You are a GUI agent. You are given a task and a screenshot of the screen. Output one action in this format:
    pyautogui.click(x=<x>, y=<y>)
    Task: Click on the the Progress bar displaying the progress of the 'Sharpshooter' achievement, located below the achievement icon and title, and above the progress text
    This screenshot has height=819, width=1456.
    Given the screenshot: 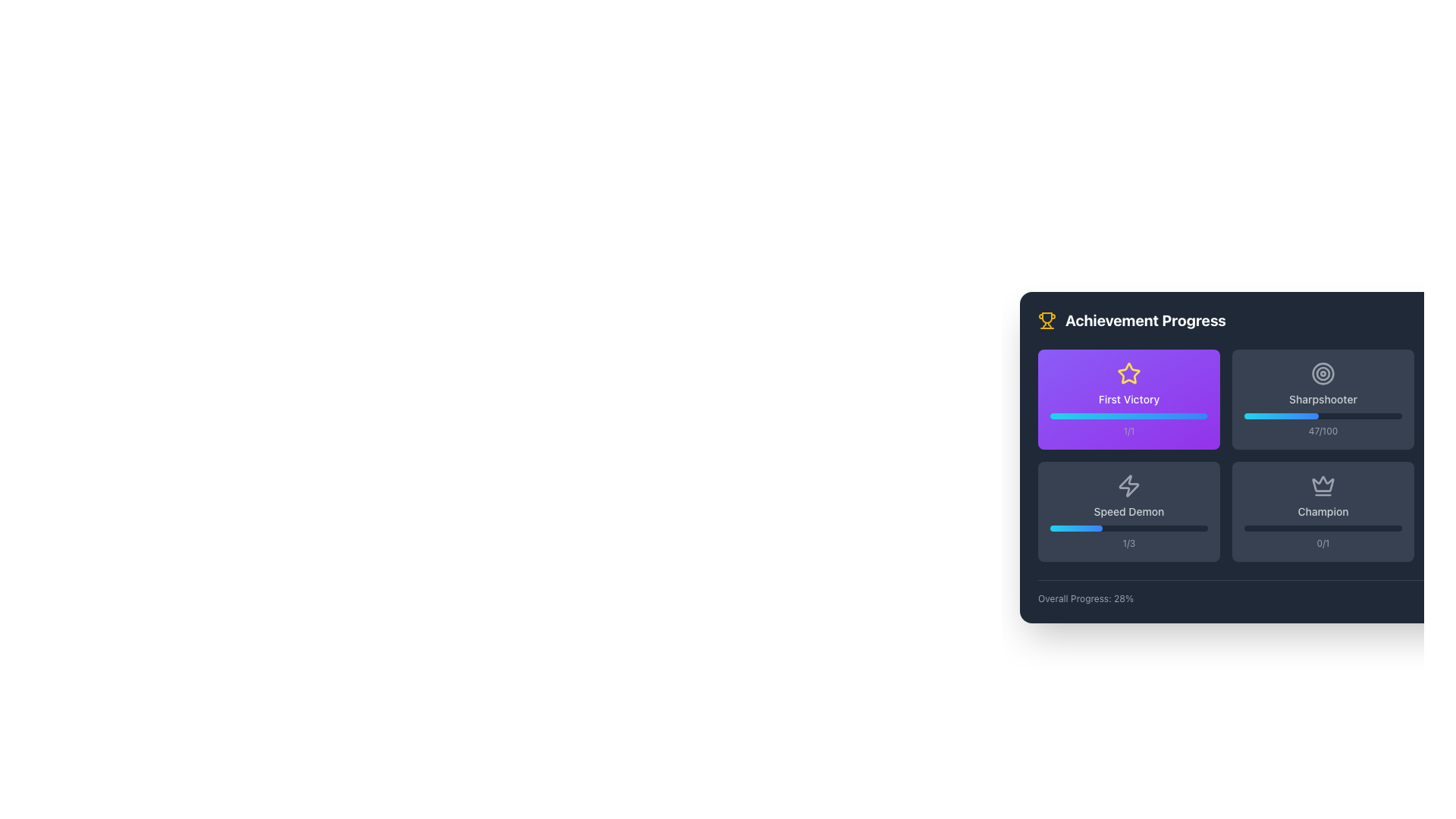 What is the action you would take?
    pyautogui.click(x=1323, y=416)
    